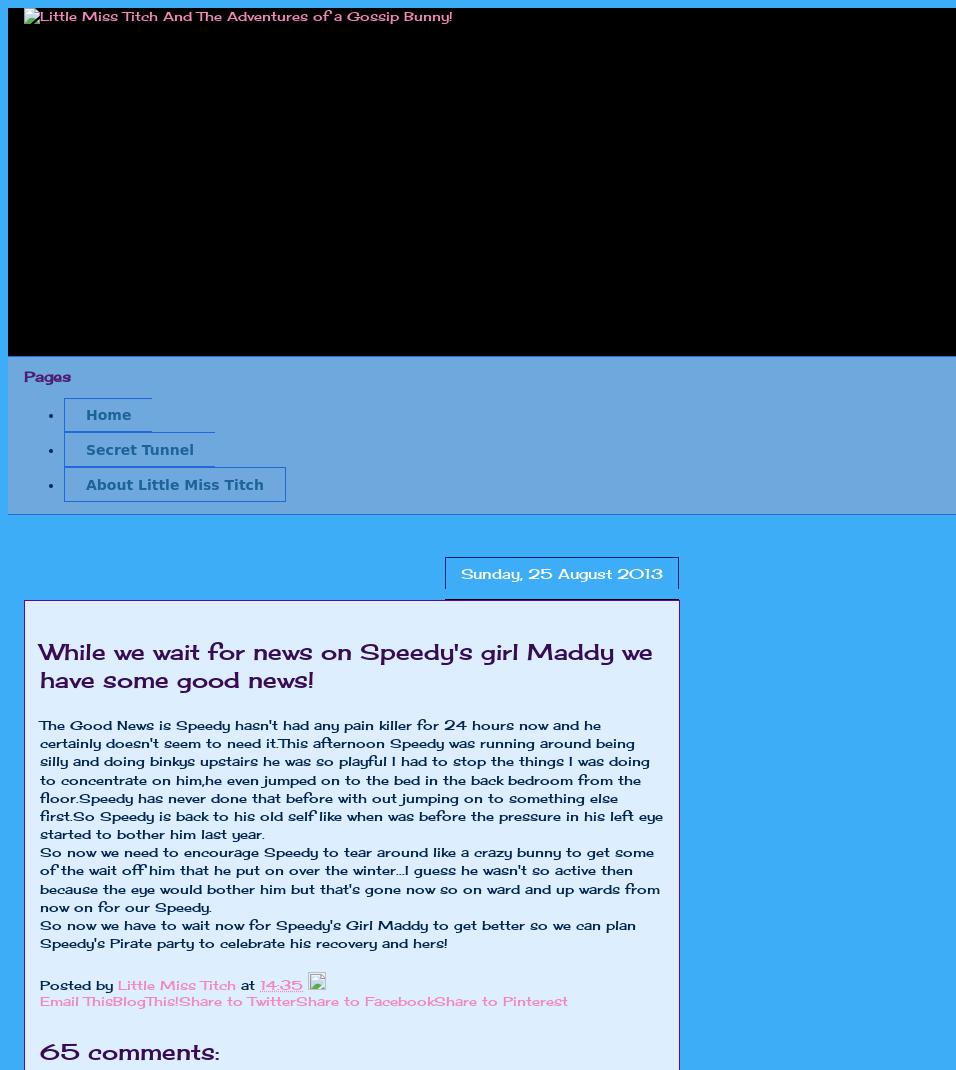 This screenshot has height=1070, width=956. Describe the element at coordinates (129, 1051) in the screenshot. I see `'65 comments:'` at that location.